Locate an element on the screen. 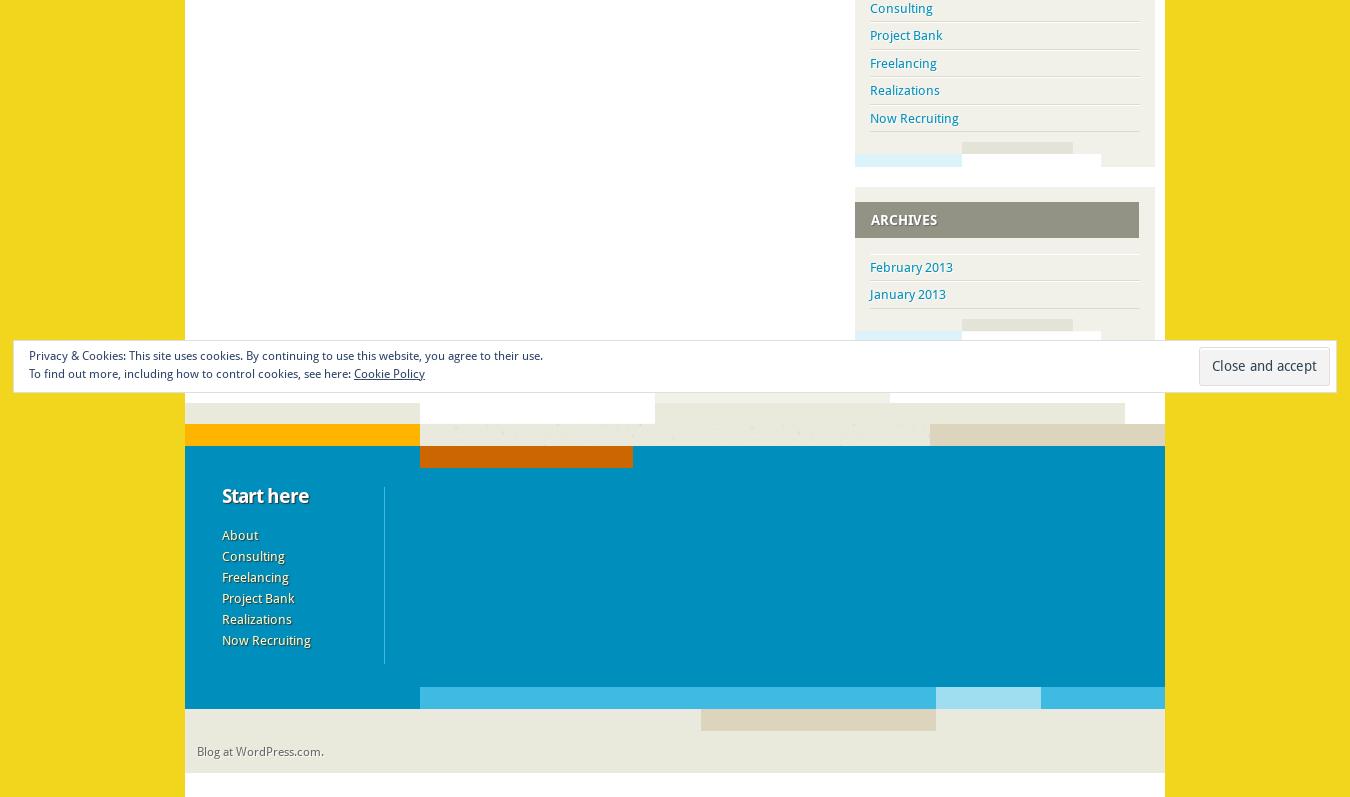  'Cookie Policy' is located at coordinates (389, 373).